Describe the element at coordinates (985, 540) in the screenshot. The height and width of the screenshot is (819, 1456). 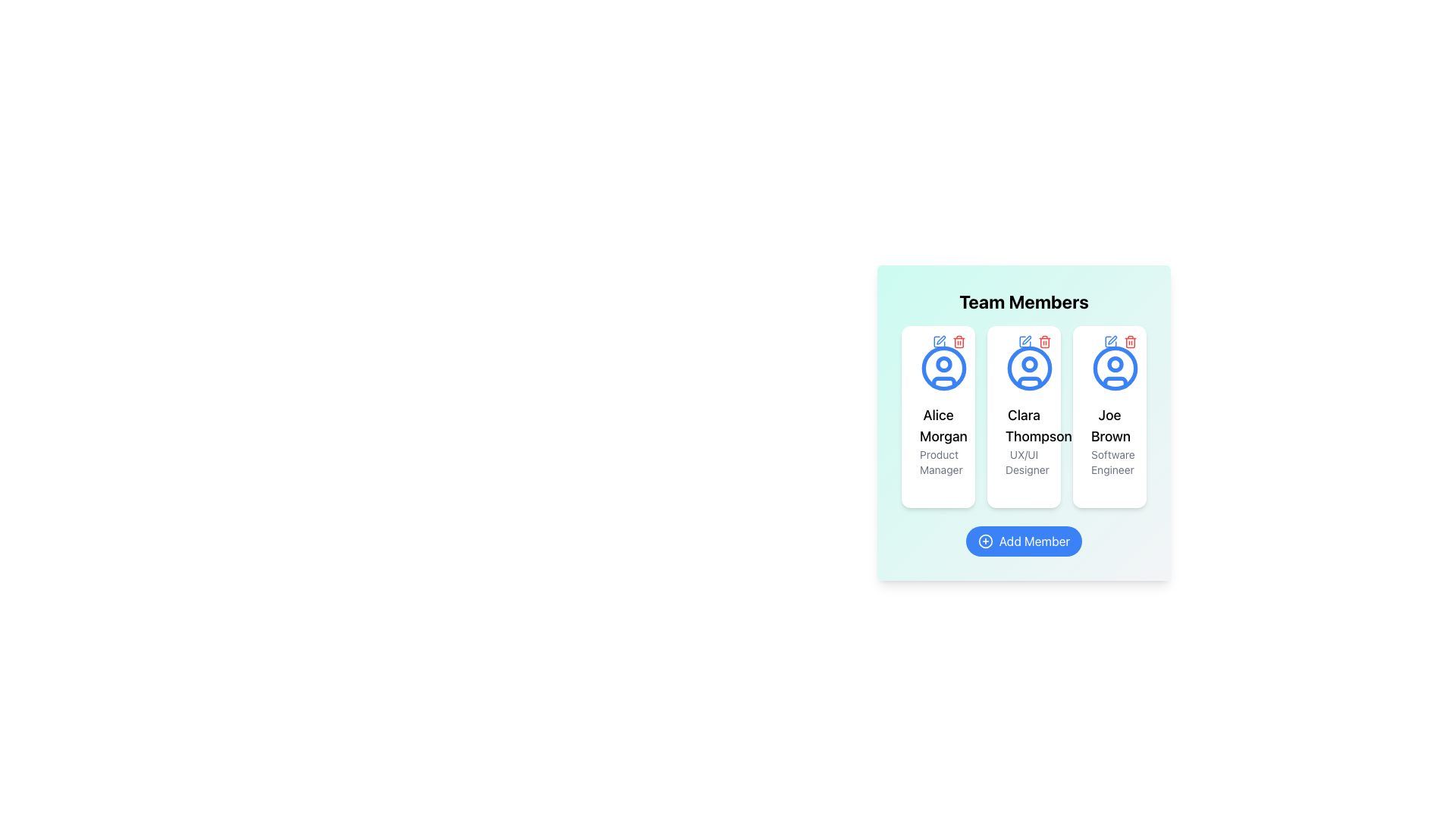
I see `the circular '+' icon with a blue outline located inside the 'Add Member' button` at that location.